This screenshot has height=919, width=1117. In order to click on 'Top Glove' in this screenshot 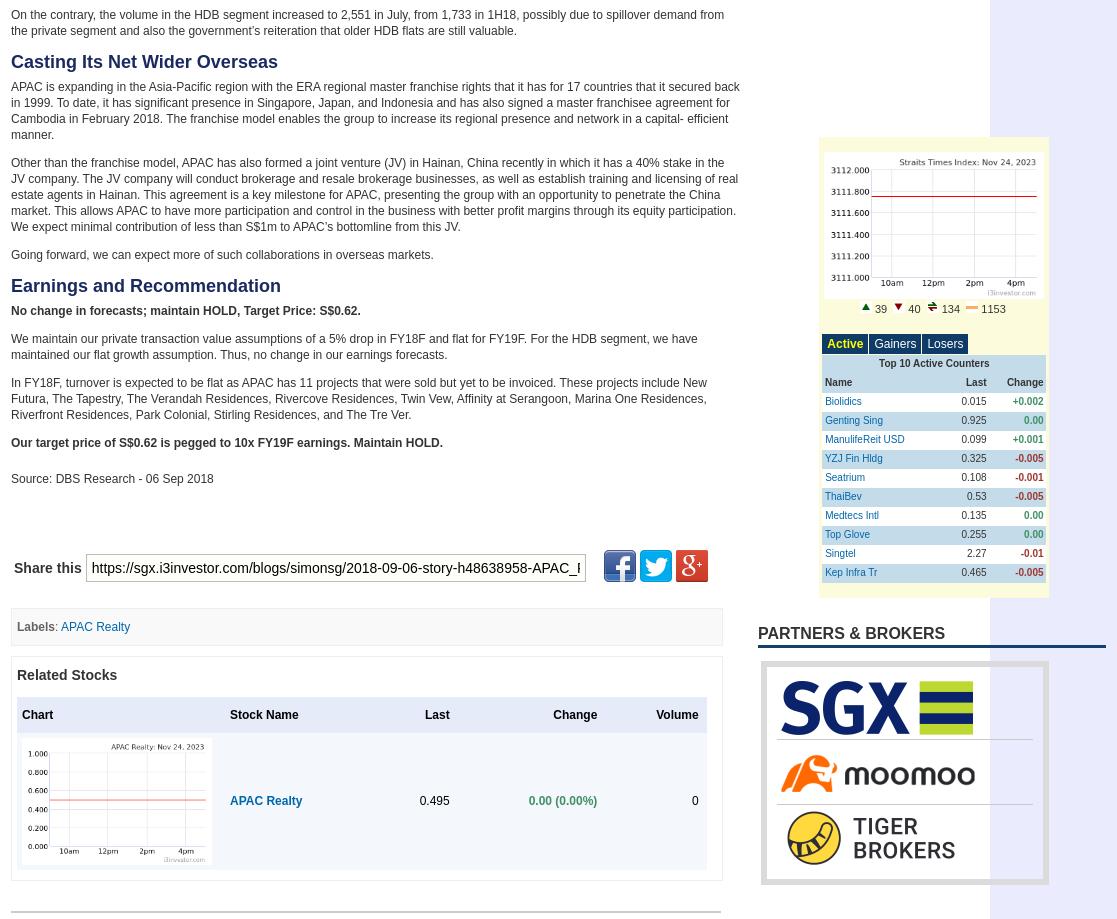, I will do `click(846, 532)`.